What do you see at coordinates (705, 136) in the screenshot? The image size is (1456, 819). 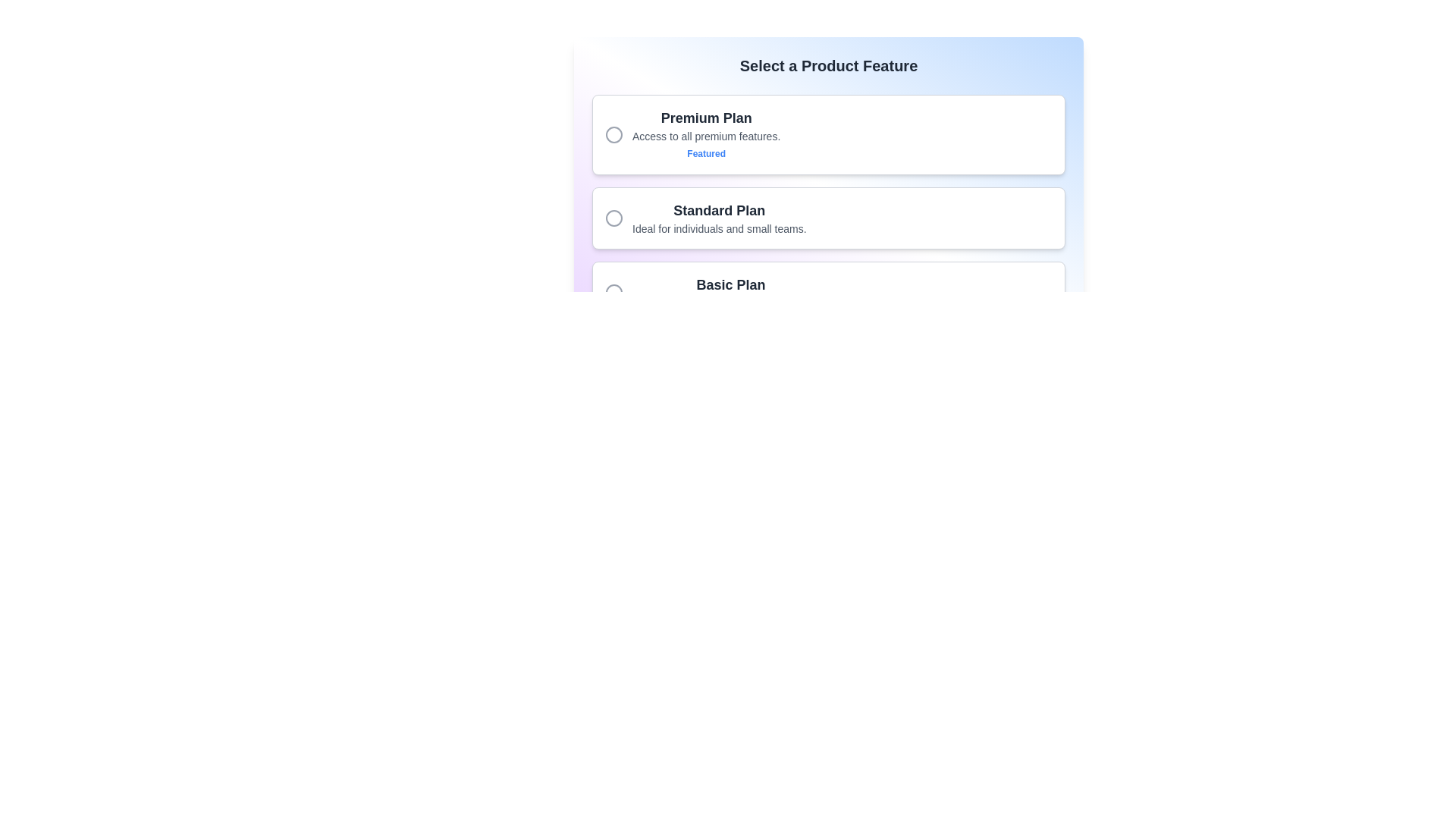 I see `the static text label providing descriptive information about the Premium Plan features, located below the 'Premium Plan' heading and above the 'Featured' label` at bounding box center [705, 136].